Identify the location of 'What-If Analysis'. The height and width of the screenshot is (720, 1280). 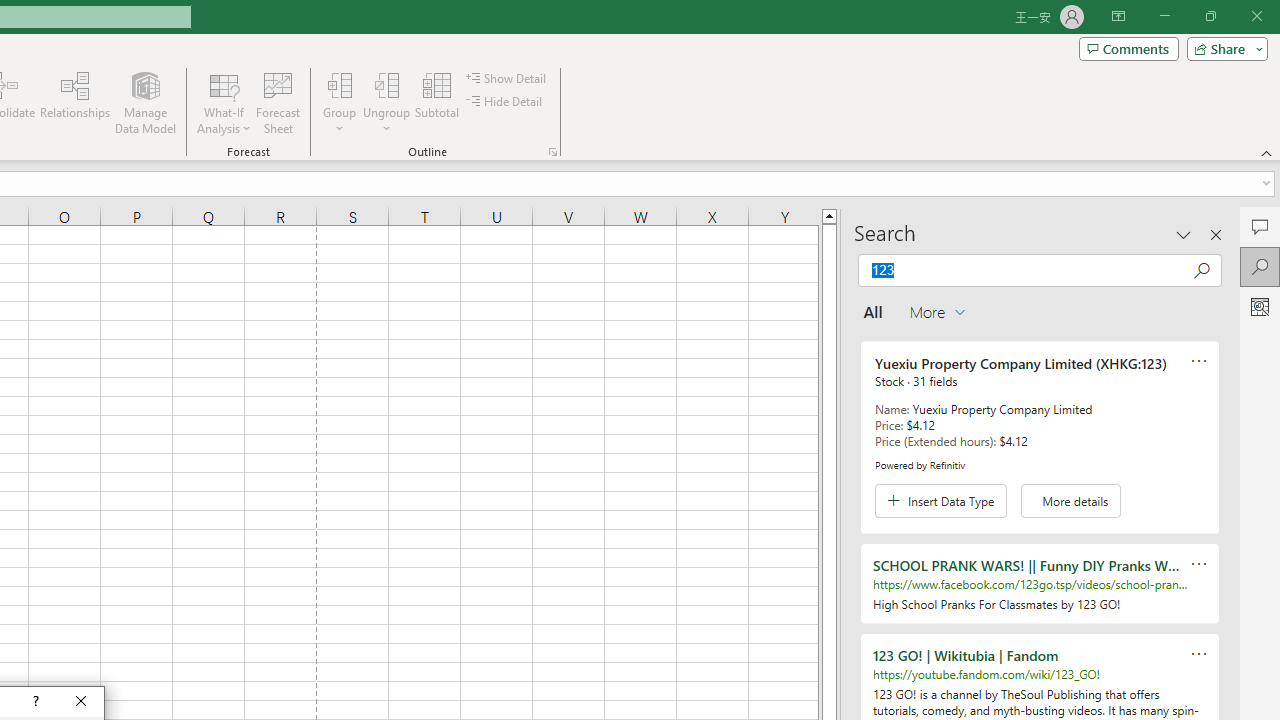
(224, 103).